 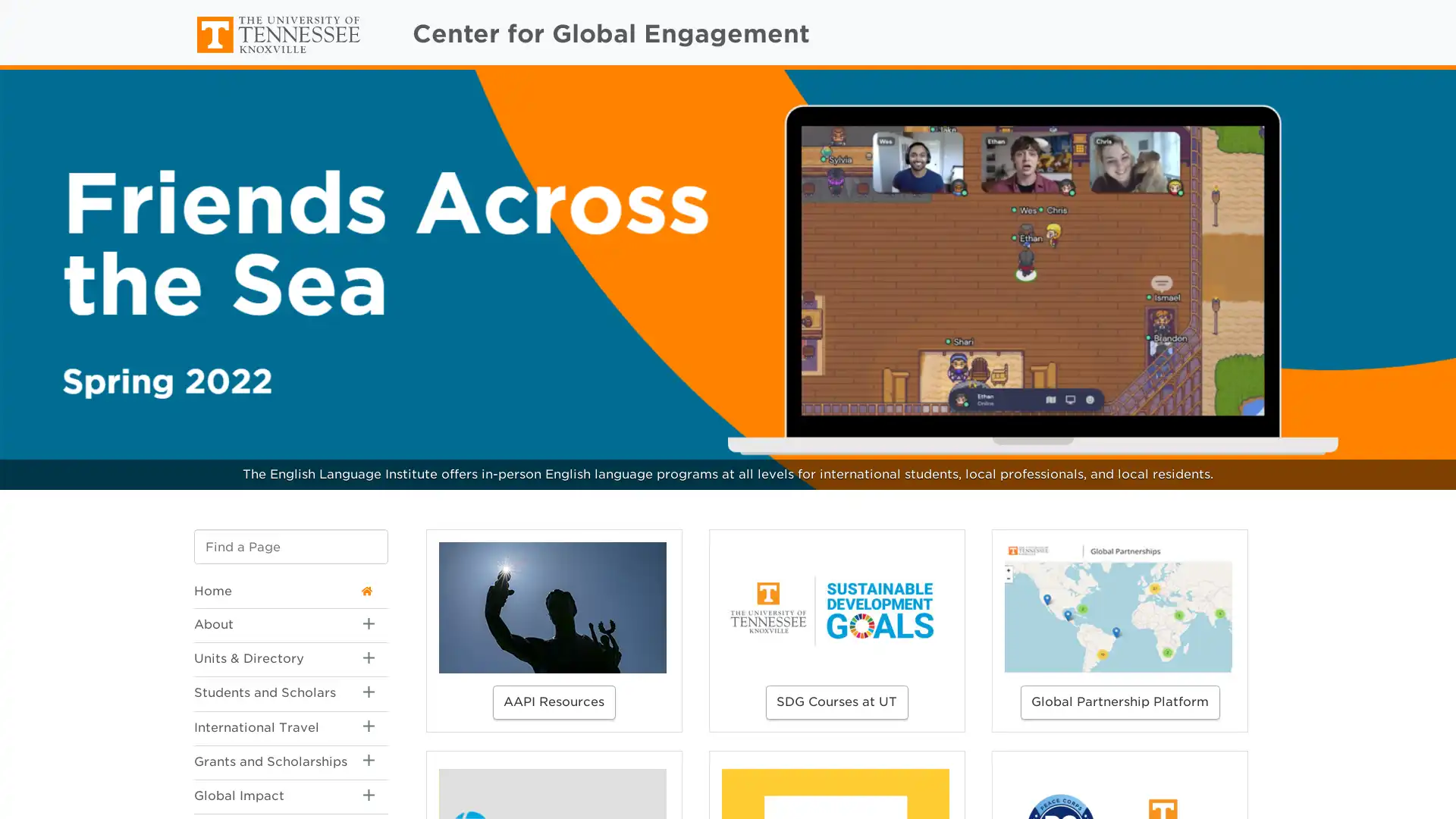 What do you see at coordinates (283, 590) in the screenshot?
I see `Home` at bounding box center [283, 590].